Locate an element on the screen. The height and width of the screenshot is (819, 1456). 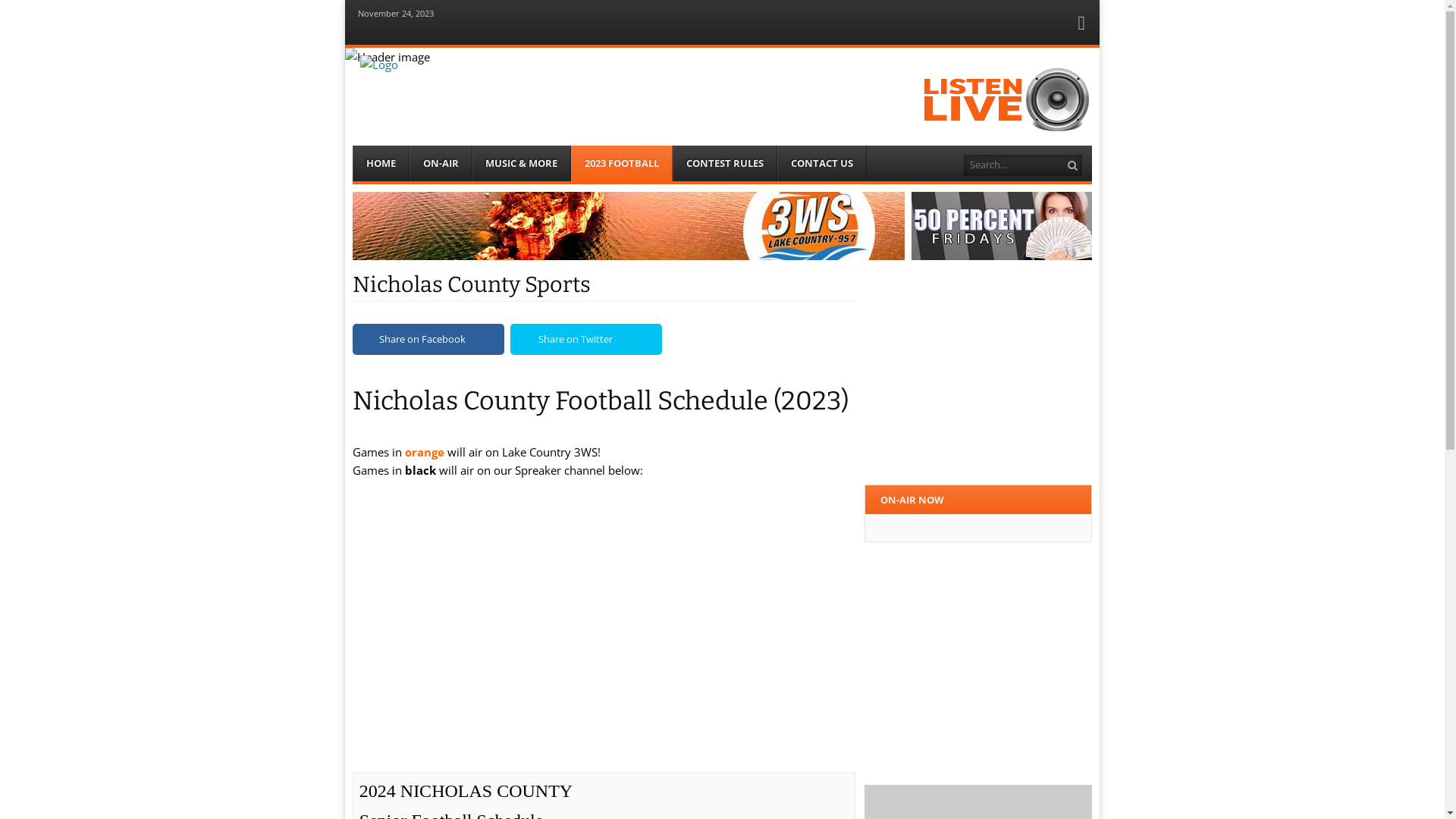
'Facebook' is located at coordinates (1081, 26).